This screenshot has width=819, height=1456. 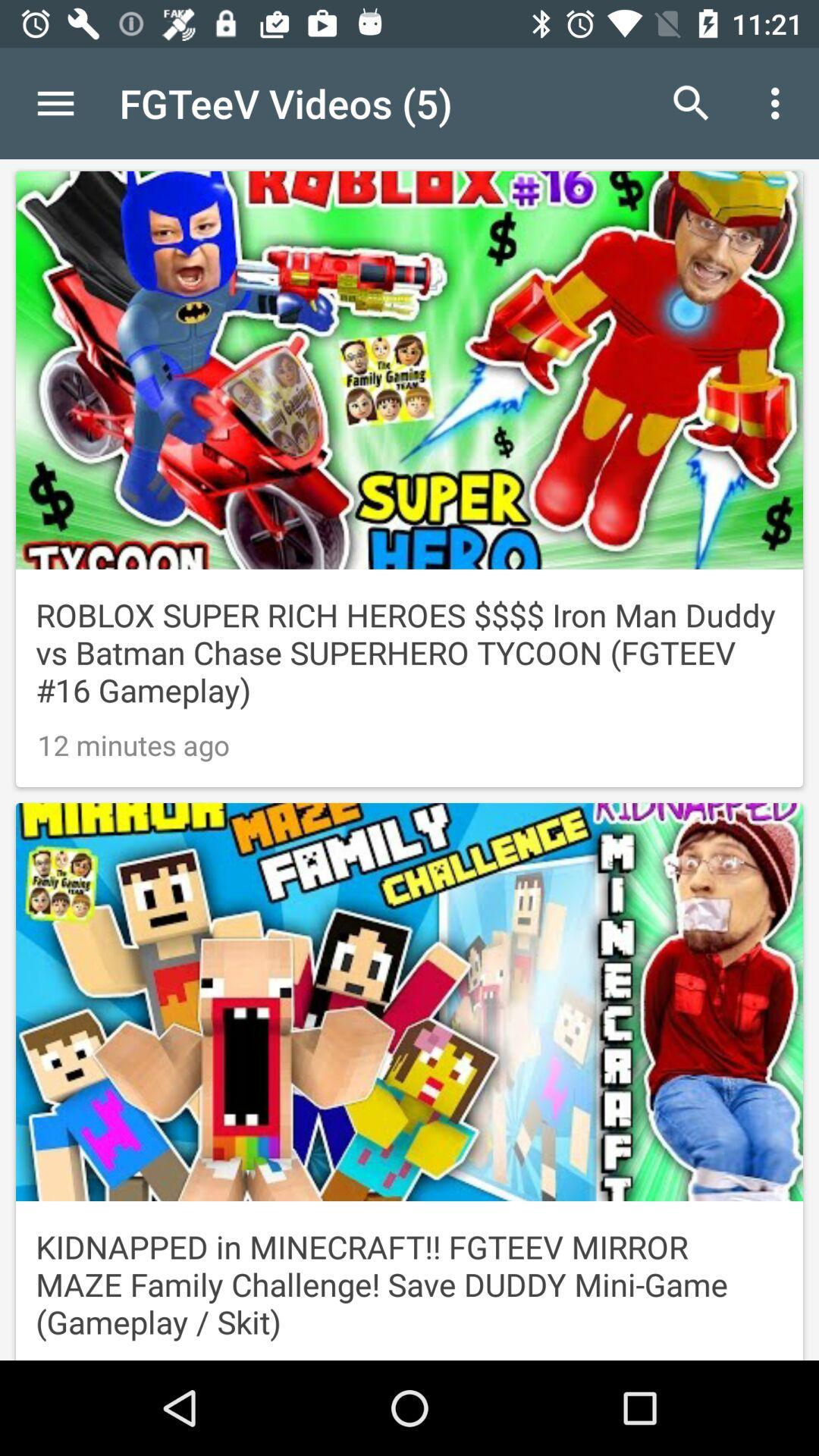 I want to click on icon next to the fgteev videos (5) app, so click(x=55, y=102).